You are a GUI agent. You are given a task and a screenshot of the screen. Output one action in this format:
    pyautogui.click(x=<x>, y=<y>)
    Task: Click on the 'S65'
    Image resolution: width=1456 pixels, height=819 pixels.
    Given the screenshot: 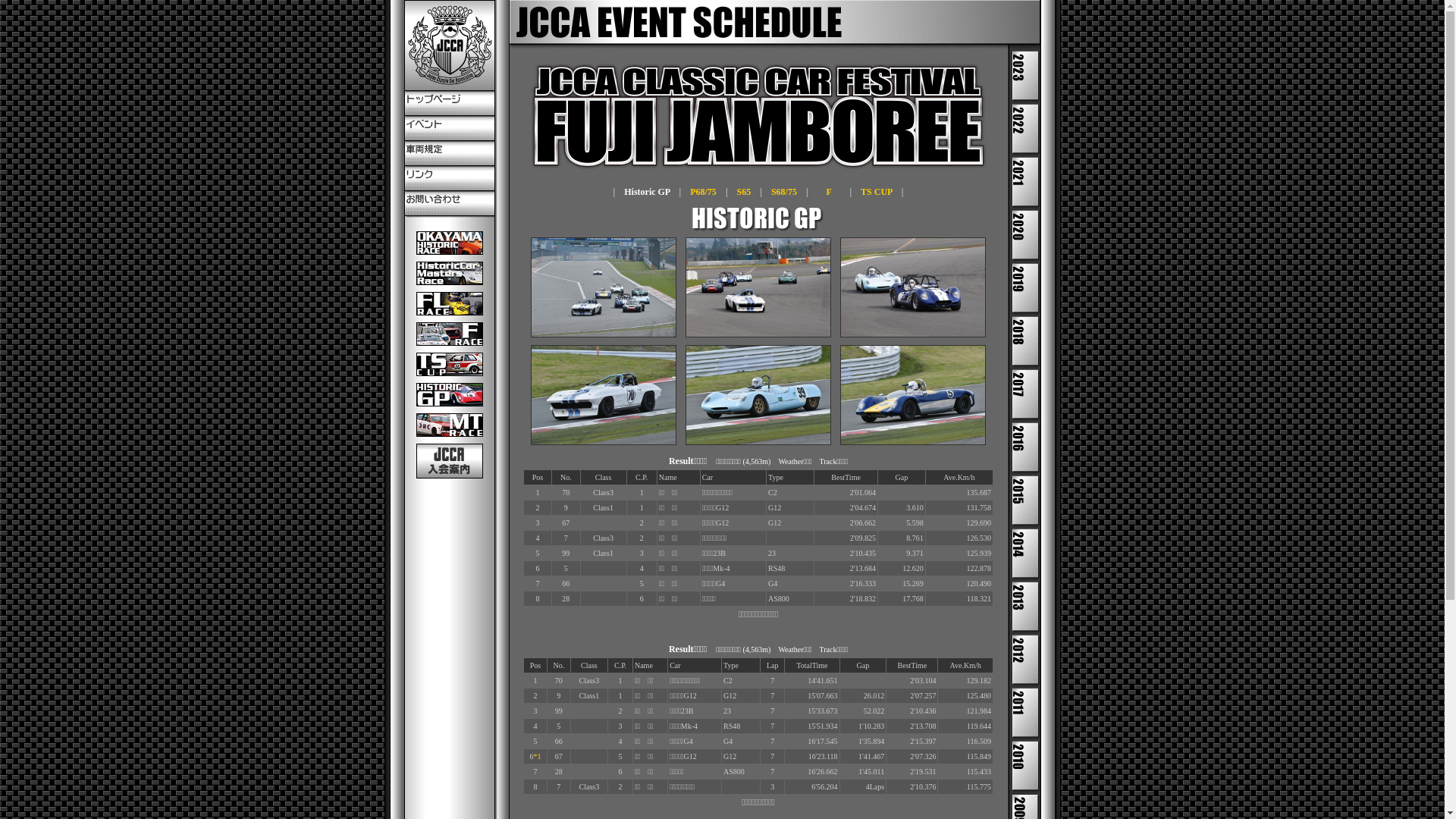 What is the action you would take?
    pyautogui.click(x=744, y=191)
    